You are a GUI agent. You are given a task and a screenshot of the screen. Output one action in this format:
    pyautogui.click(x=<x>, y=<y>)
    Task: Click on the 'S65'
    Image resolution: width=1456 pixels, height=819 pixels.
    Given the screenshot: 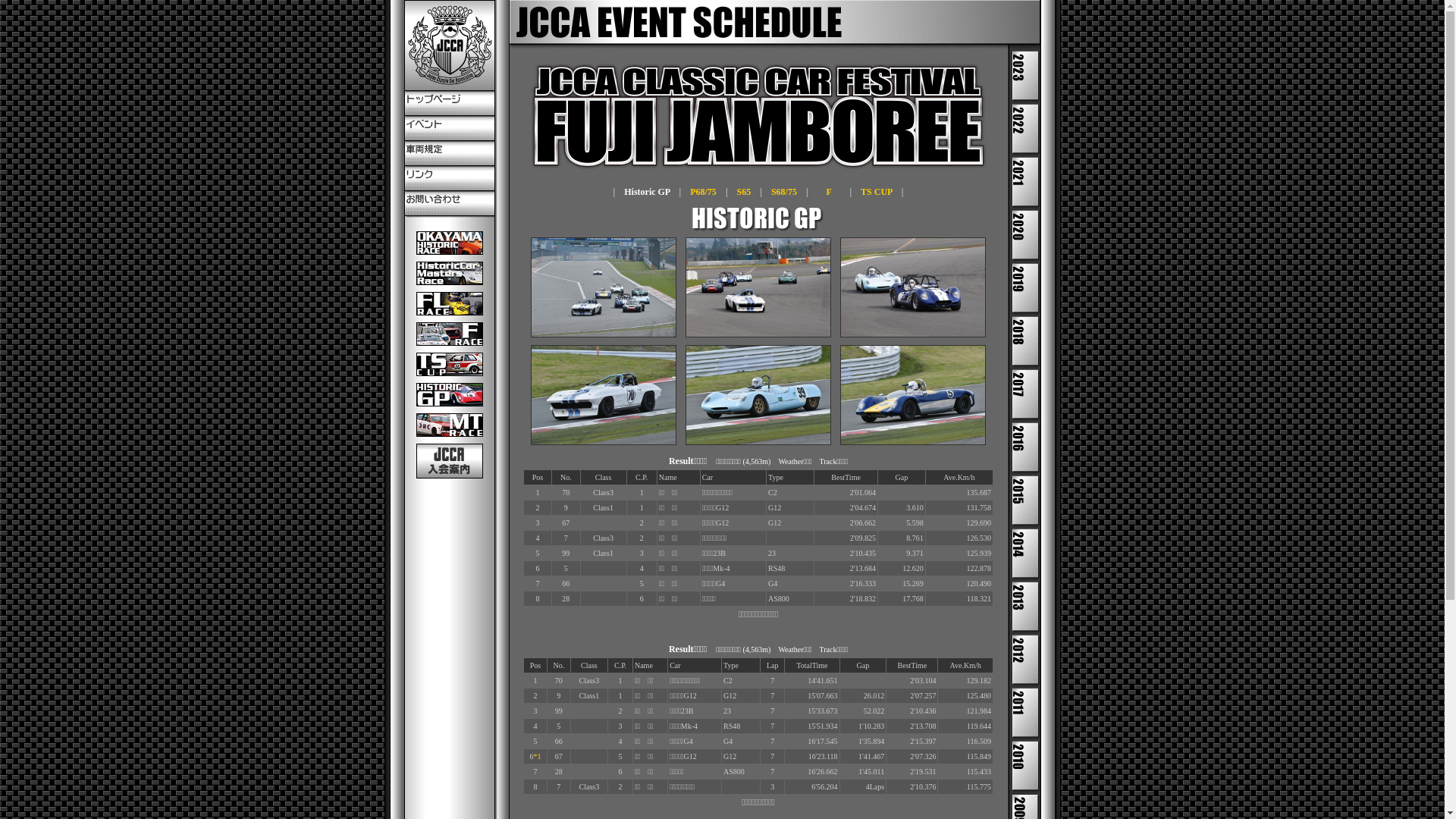 What is the action you would take?
    pyautogui.click(x=744, y=191)
    